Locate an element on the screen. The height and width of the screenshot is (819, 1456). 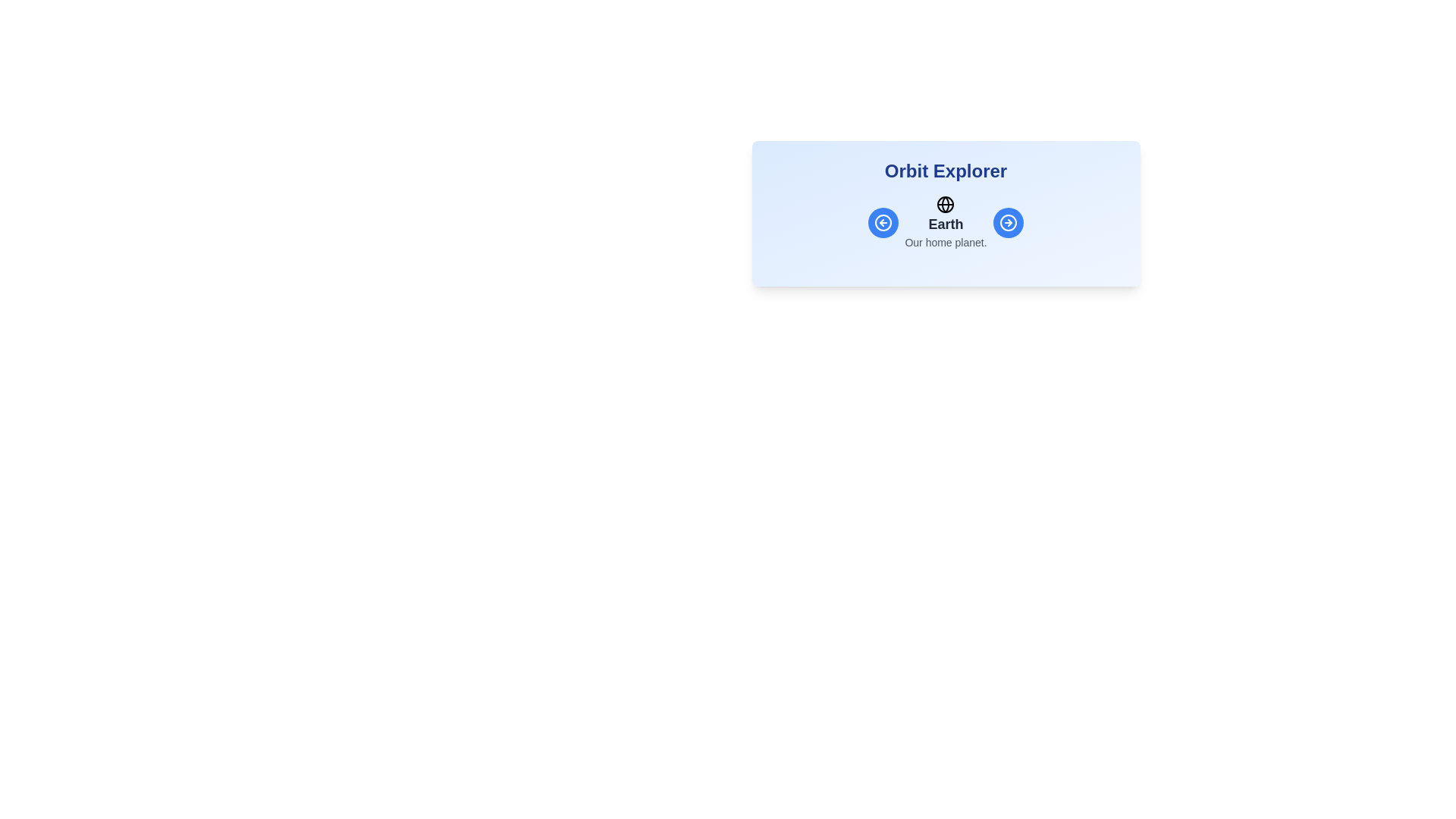
the Earth icon located above the text 'Earth' and 'Our home planet' is located at coordinates (945, 205).